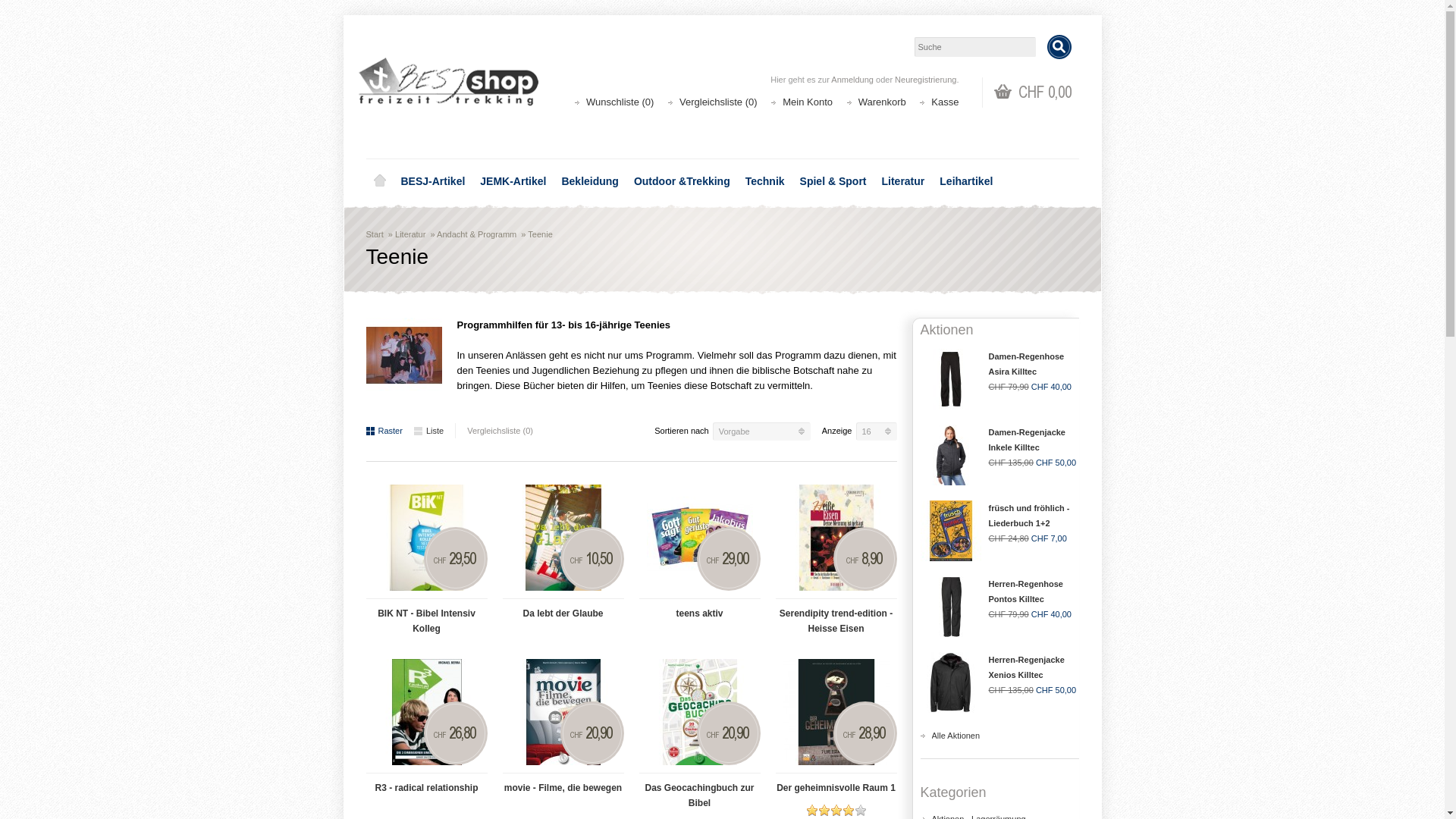 The height and width of the screenshot is (819, 1456). Describe the element at coordinates (681, 180) in the screenshot. I see `'Outdoor &Trekking'` at that location.